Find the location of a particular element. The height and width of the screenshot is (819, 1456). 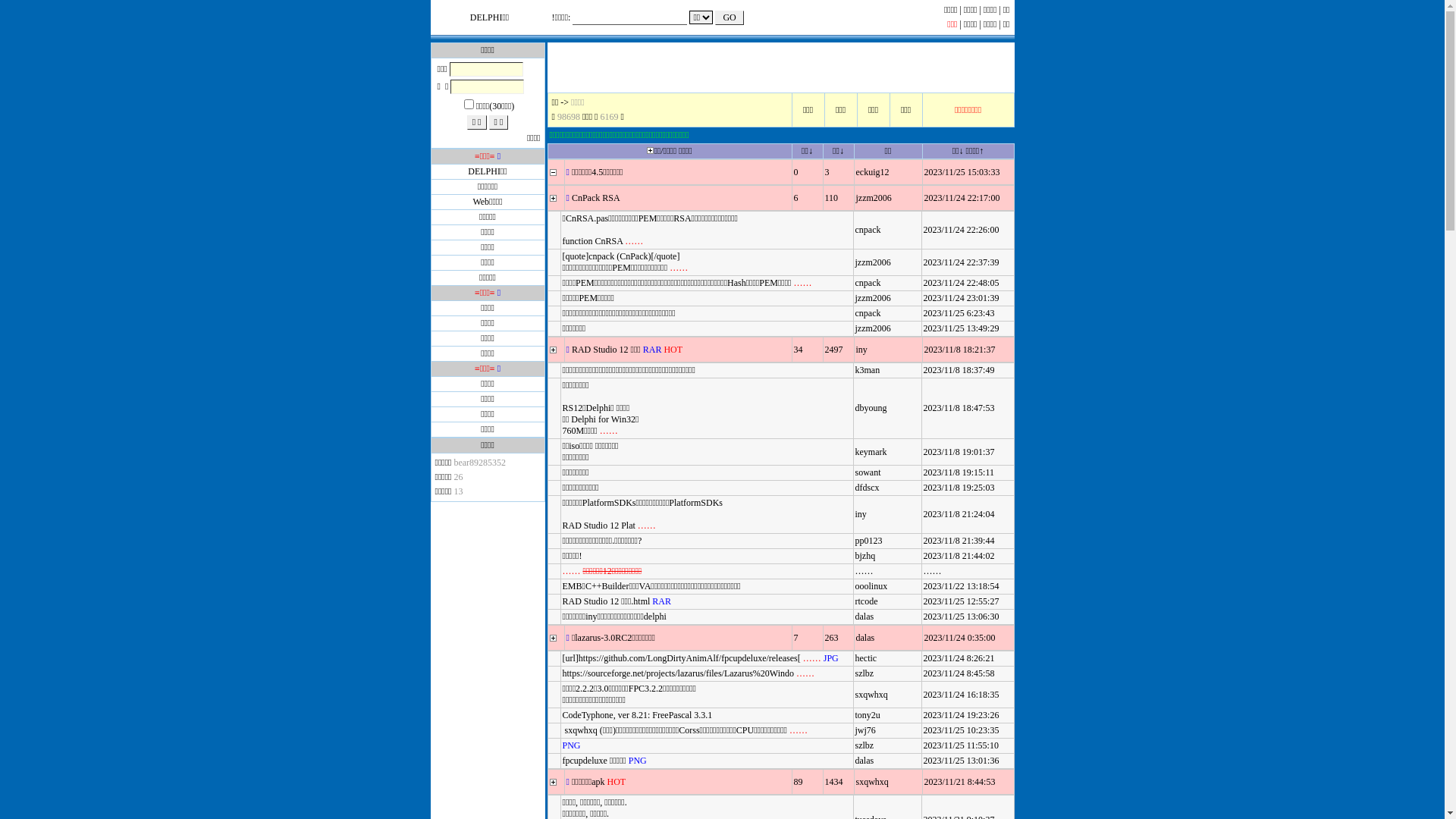

'pp0123' is located at coordinates (869, 540).